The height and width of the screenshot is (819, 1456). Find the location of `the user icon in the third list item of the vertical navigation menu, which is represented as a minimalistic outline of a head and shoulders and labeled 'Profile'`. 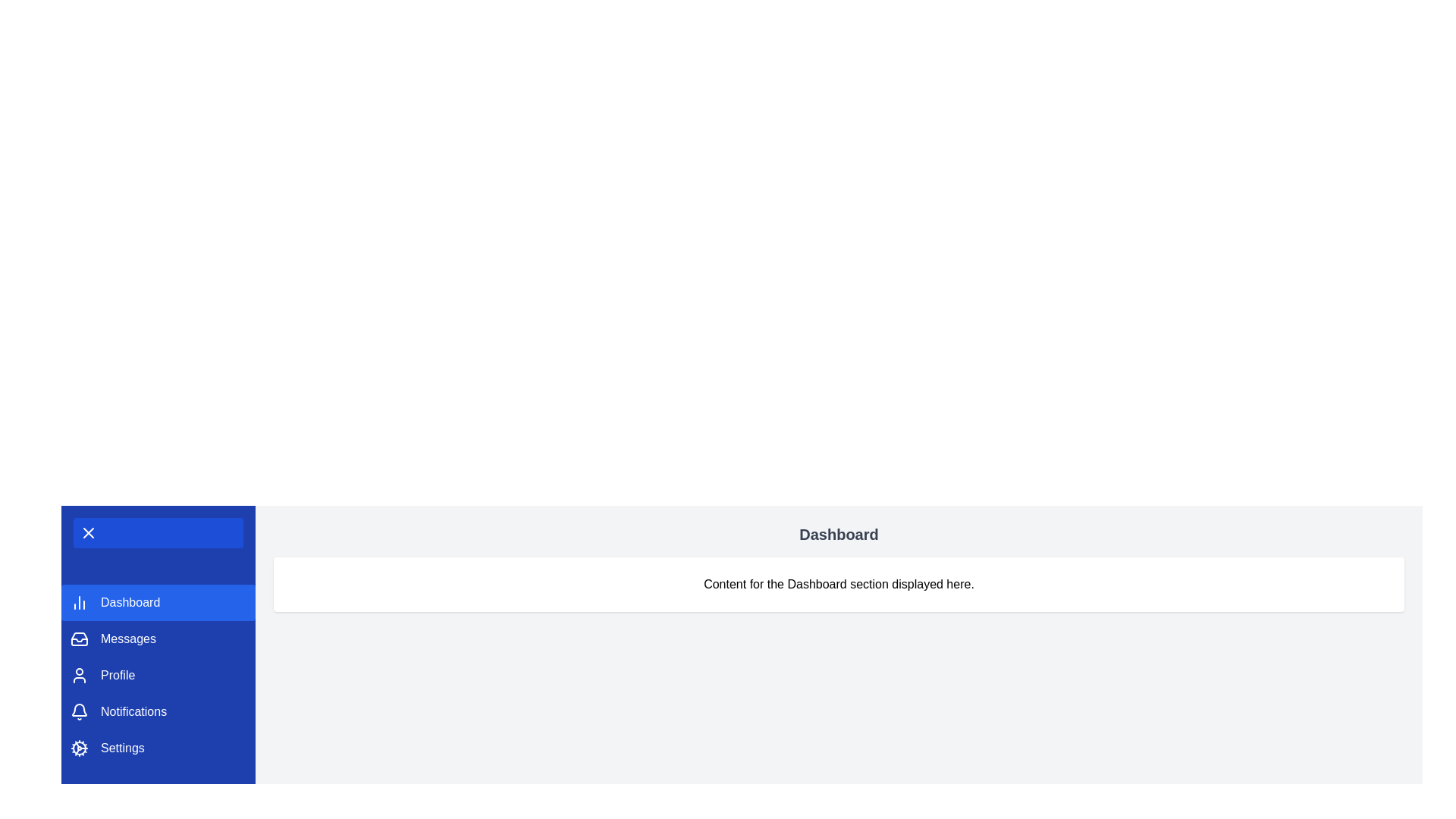

the user icon in the third list item of the vertical navigation menu, which is represented as a minimalistic outline of a head and shoulders and labeled 'Profile' is located at coordinates (79, 675).